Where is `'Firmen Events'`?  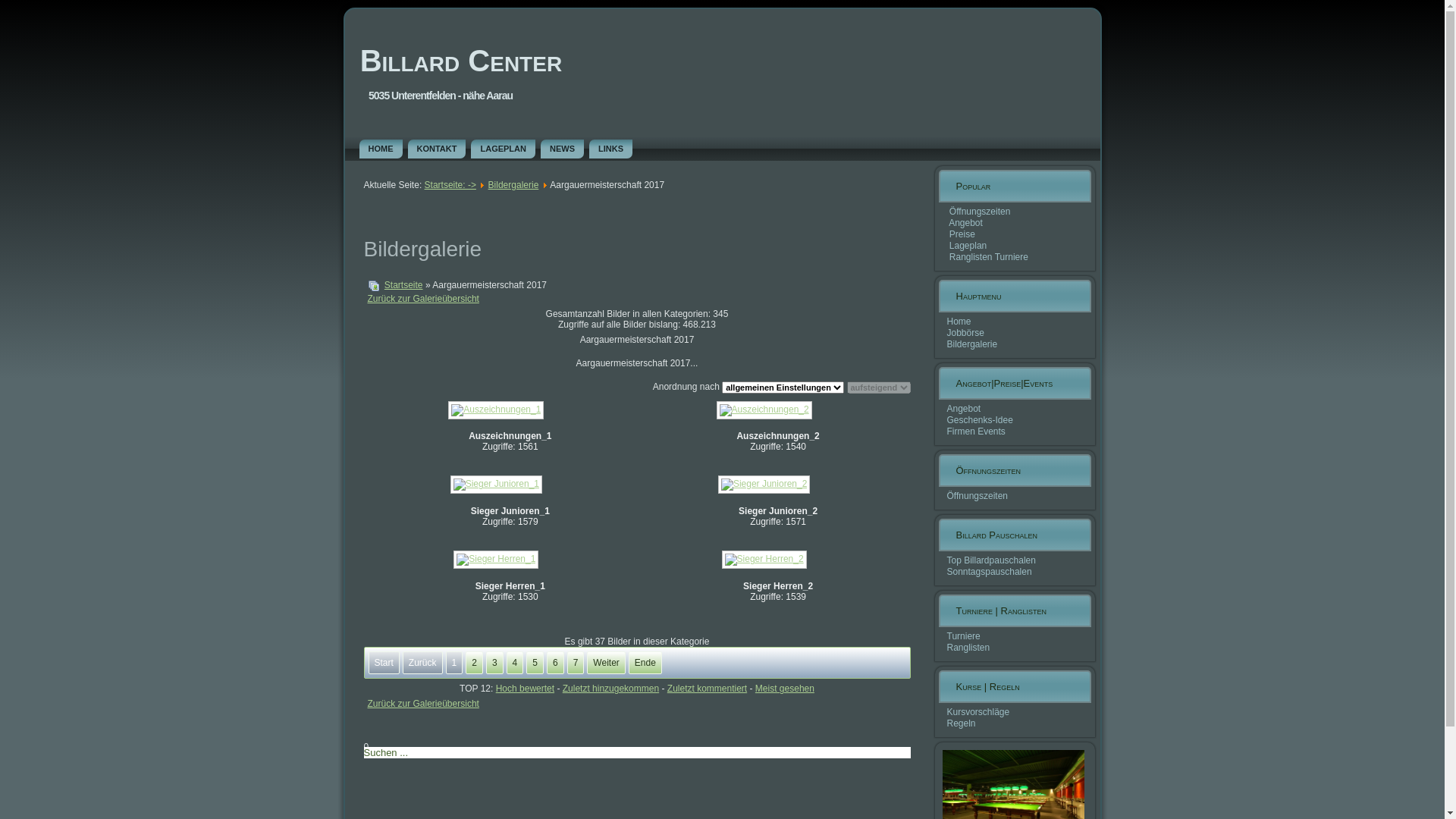
'Firmen Events' is located at coordinates (975, 431).